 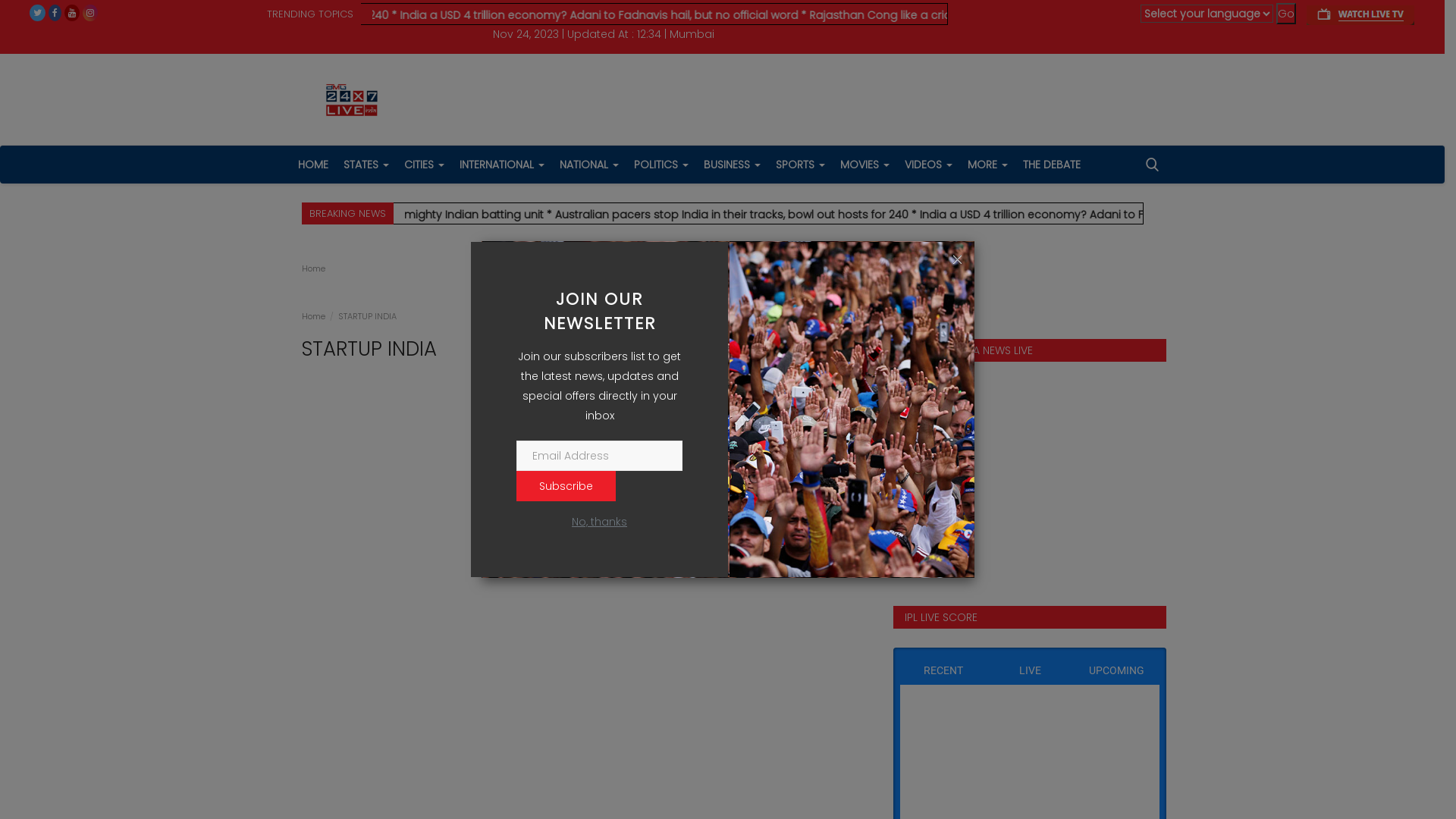 What do you see at coordinates (598, 520) in the screenshot?
I see `'No, thanks'` at bounding box center [598, 520].